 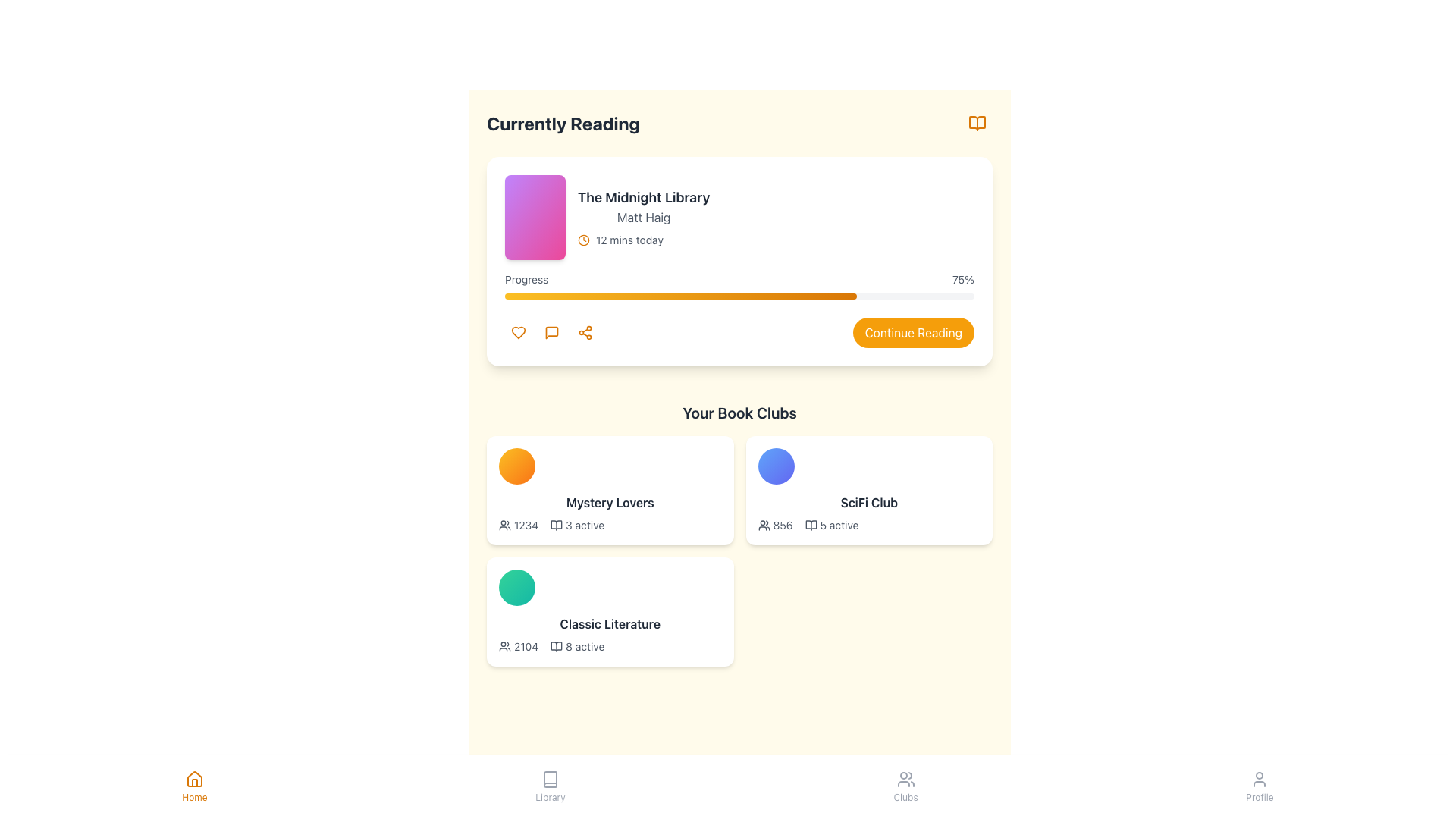 What do you see at coordinates (610, 623) in the screenshot?
I see `the 'Classic Literature' text label located in the third card under the 'Your Book Clubs' section` at bounding box center [610, 623].